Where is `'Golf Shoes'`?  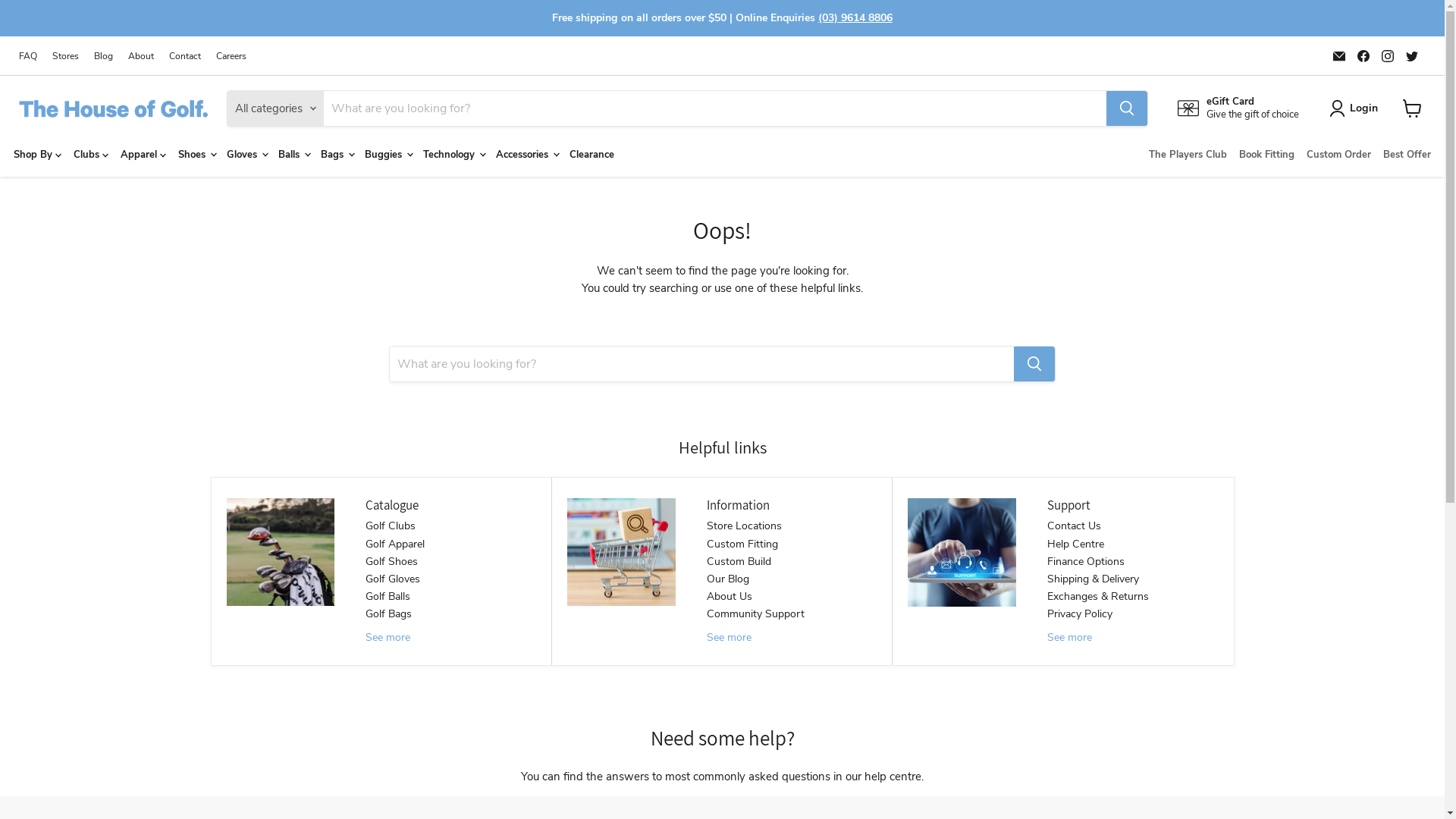
'Golf Shoes' is located at coordinates (391, 561).